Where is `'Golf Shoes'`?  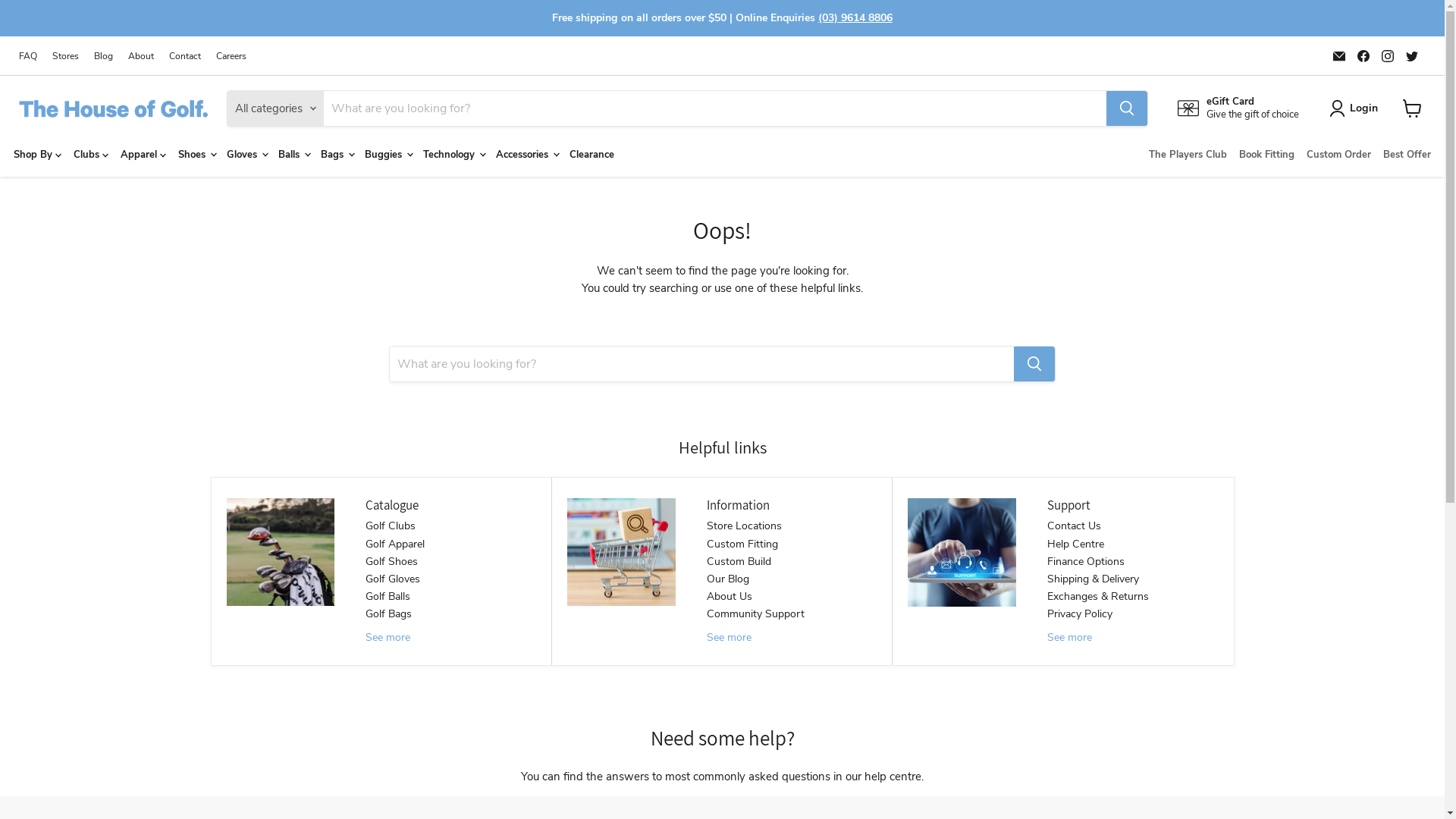
'Golf Shoes' is located at coordinates (391, 561).